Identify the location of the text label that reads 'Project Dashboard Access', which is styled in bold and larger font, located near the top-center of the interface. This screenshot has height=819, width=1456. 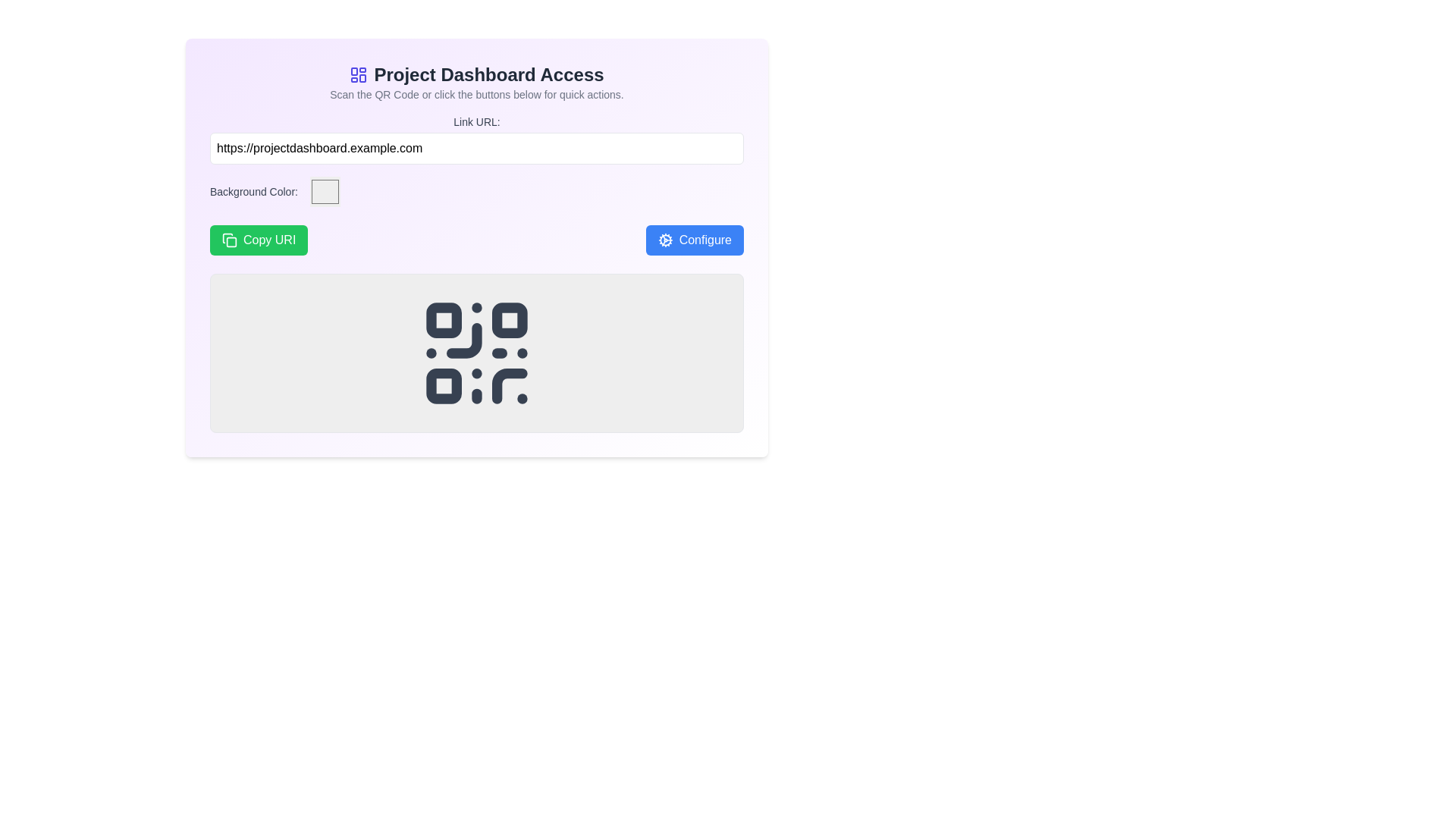
(475, 75).